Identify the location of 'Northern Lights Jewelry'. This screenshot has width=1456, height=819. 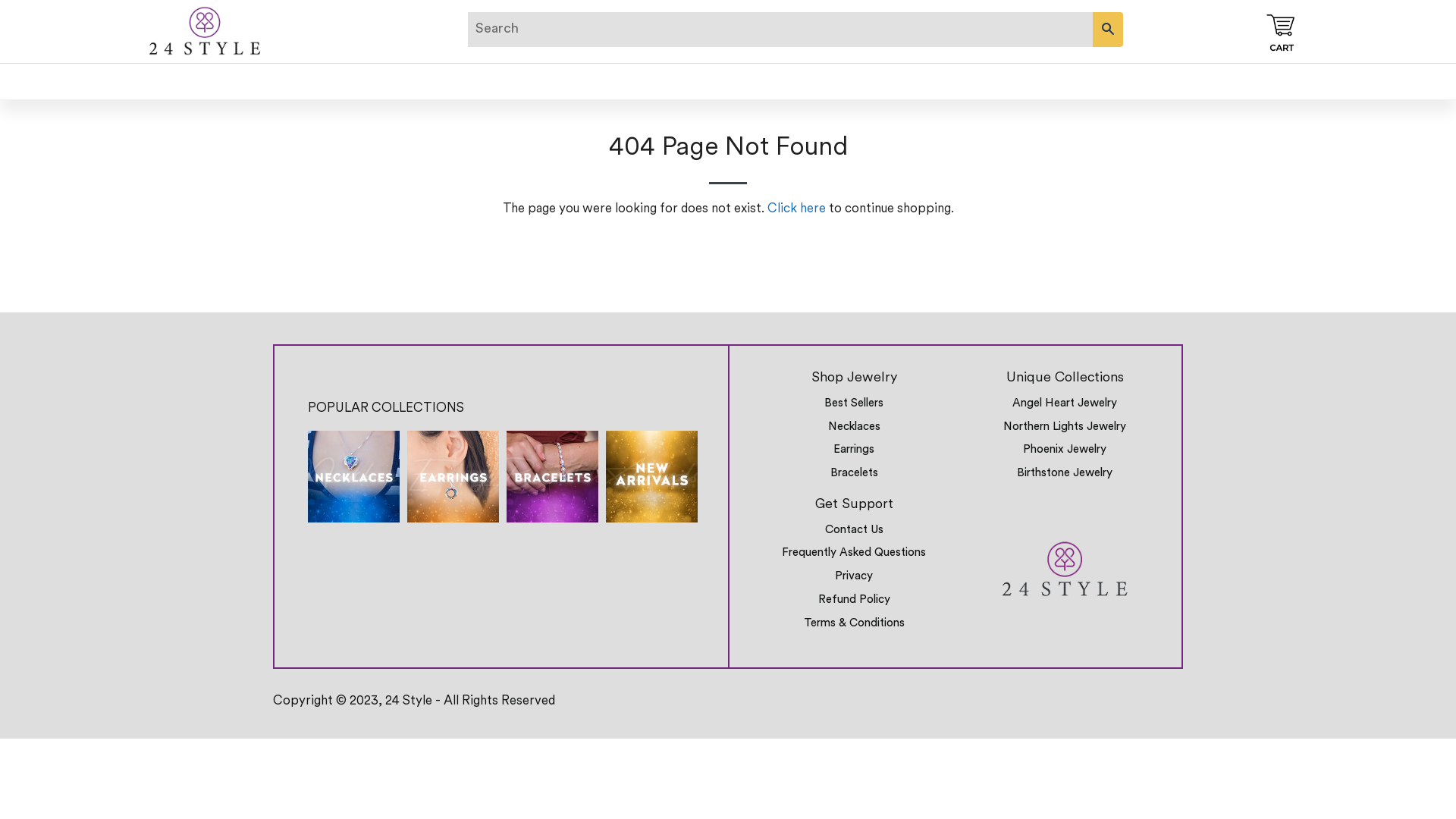
(1063, 427).